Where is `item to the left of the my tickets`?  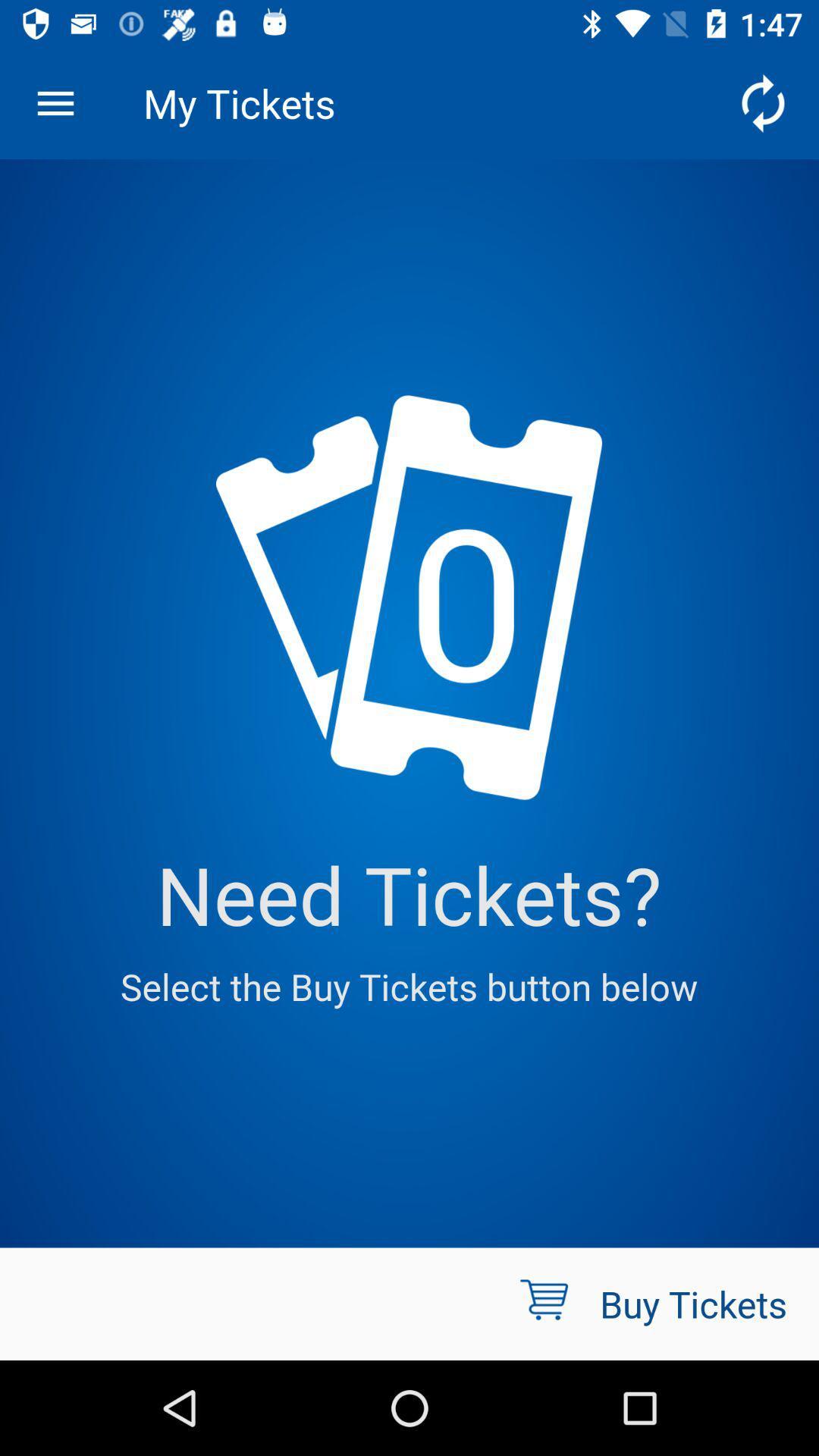
item to the left of the my tickets is located at coordinates (55, 102).